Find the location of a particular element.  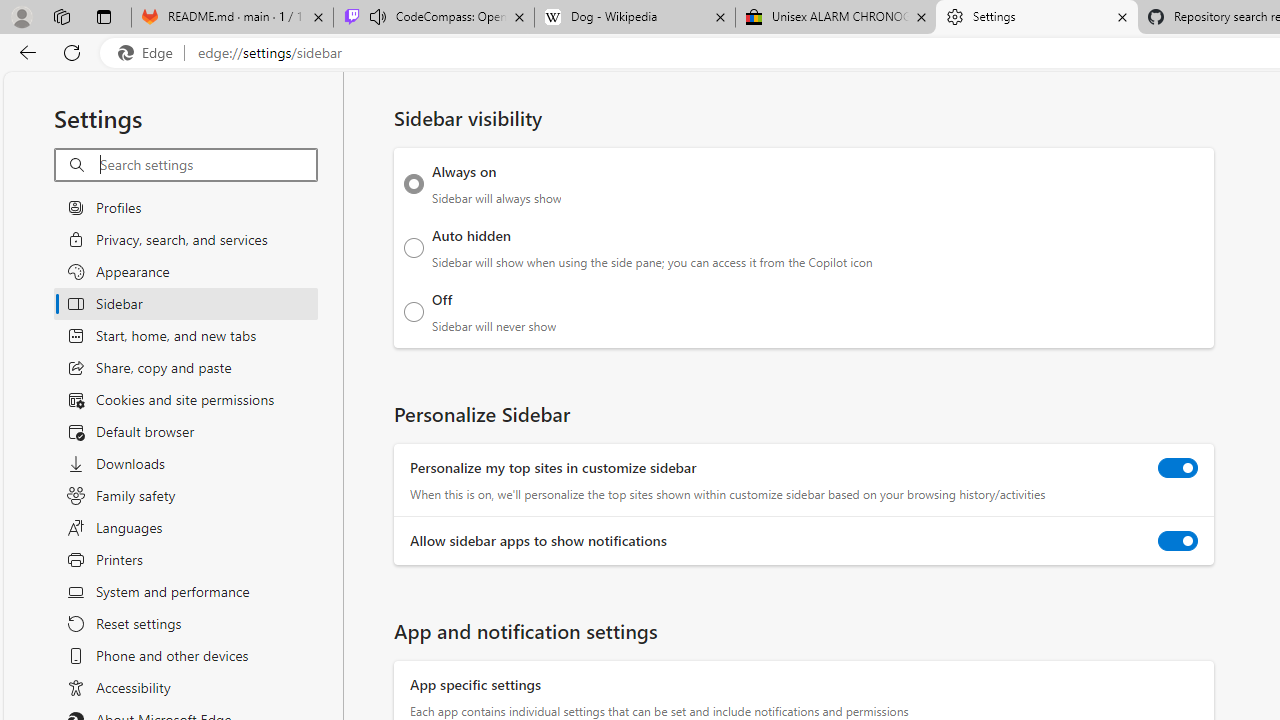

'Dog - Wikipedia' is located at coordinates (633, 17).